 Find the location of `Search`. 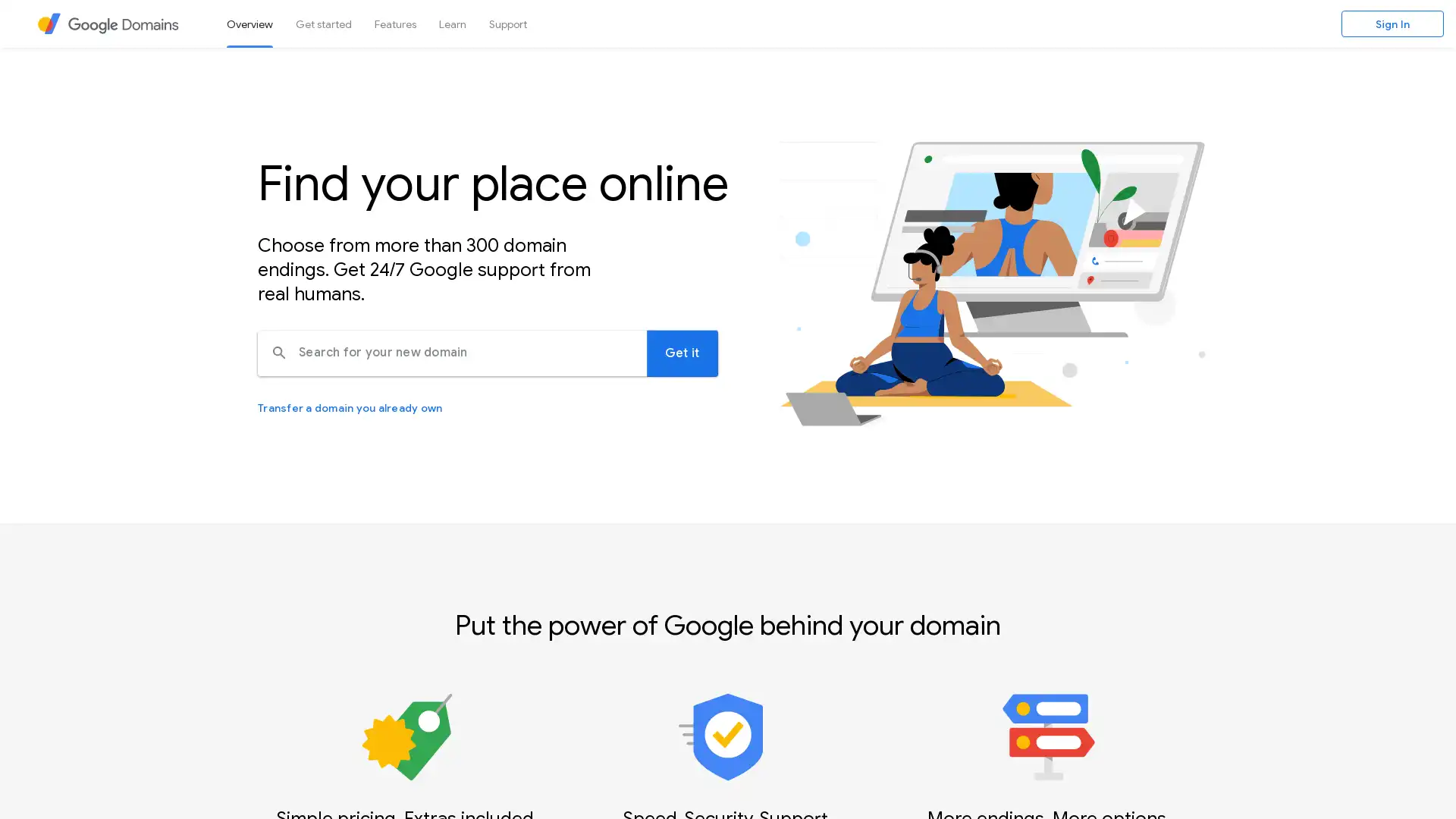

Search is located at coordinates (680, 353).